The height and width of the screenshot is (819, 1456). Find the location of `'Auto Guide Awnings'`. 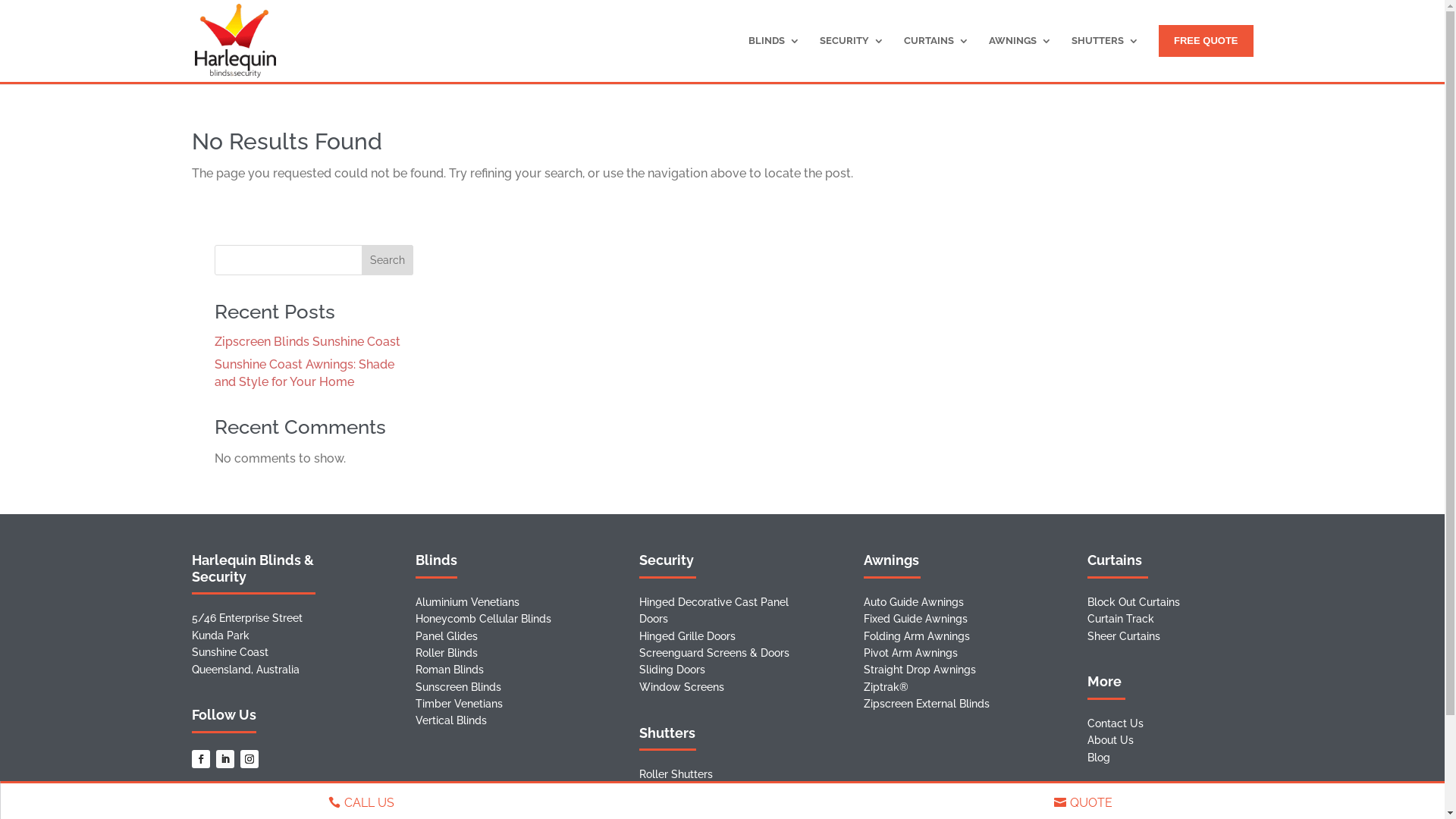

'Auto Guide Awnings' is located at coordinates (912, 601).